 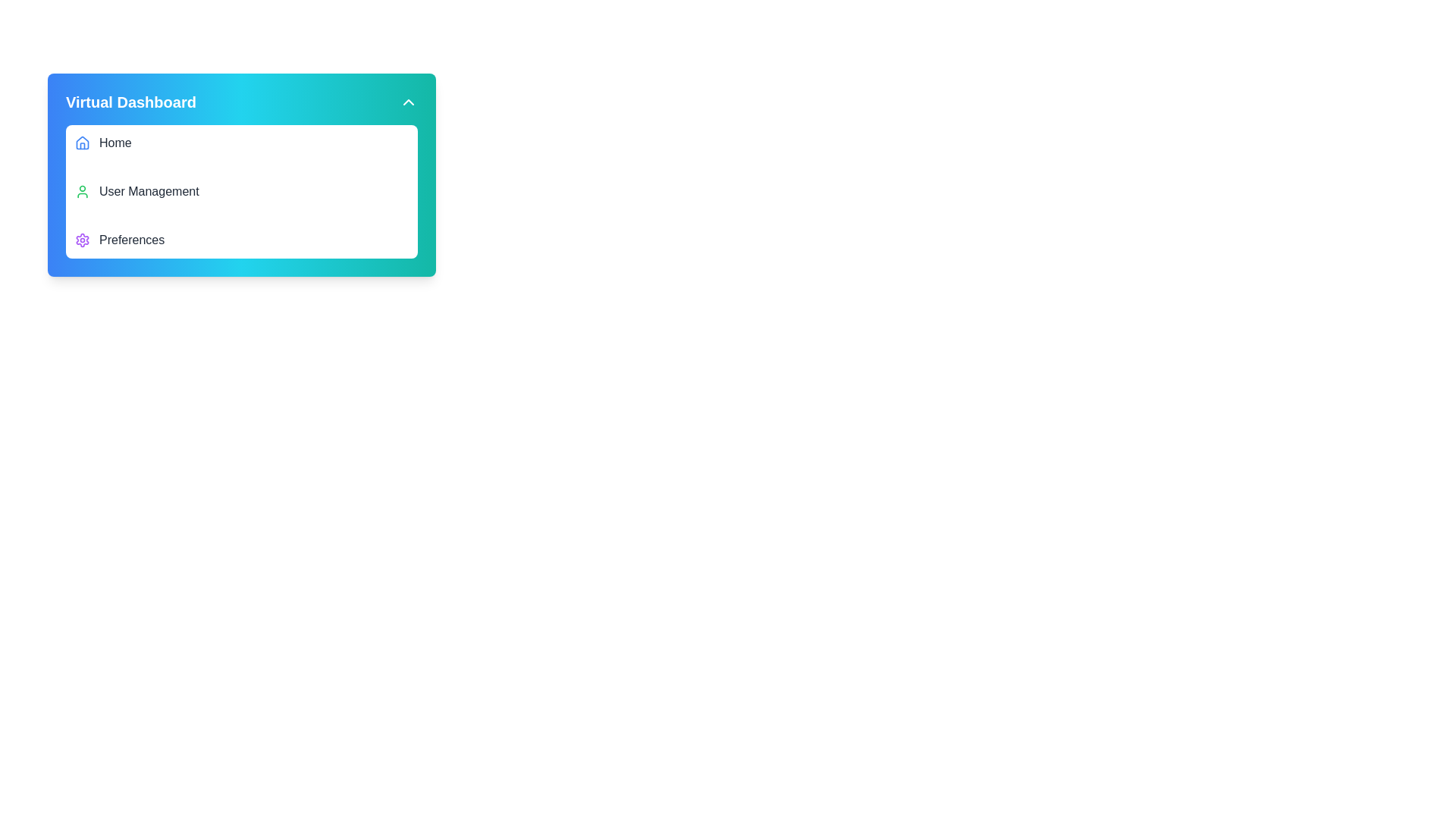 I want to click on the text label indicating user preferences or settings, which is the third item in the menu below 'Home' and 'User Management', so click(x=132, y=239).